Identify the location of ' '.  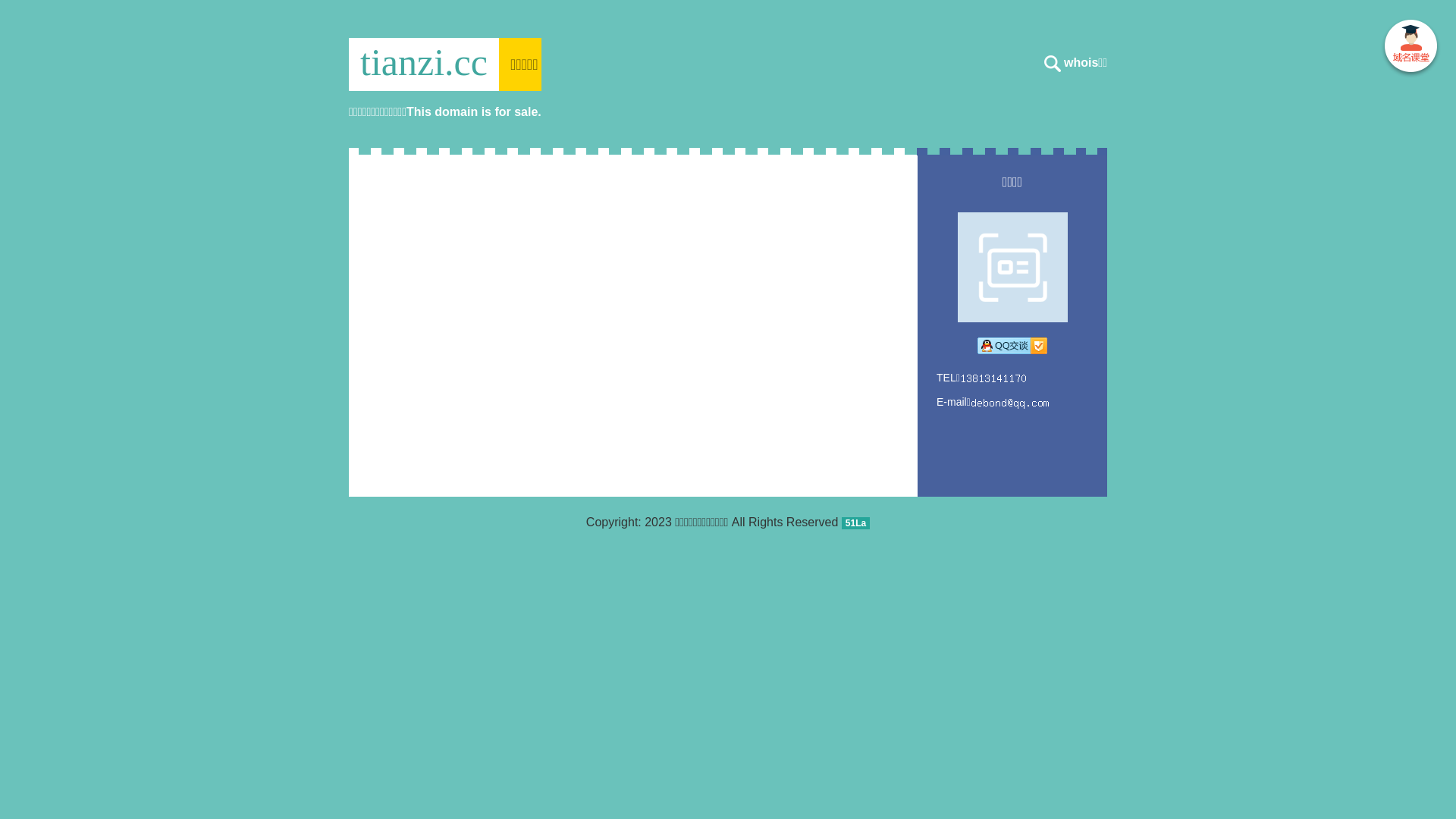
(1410, 47).